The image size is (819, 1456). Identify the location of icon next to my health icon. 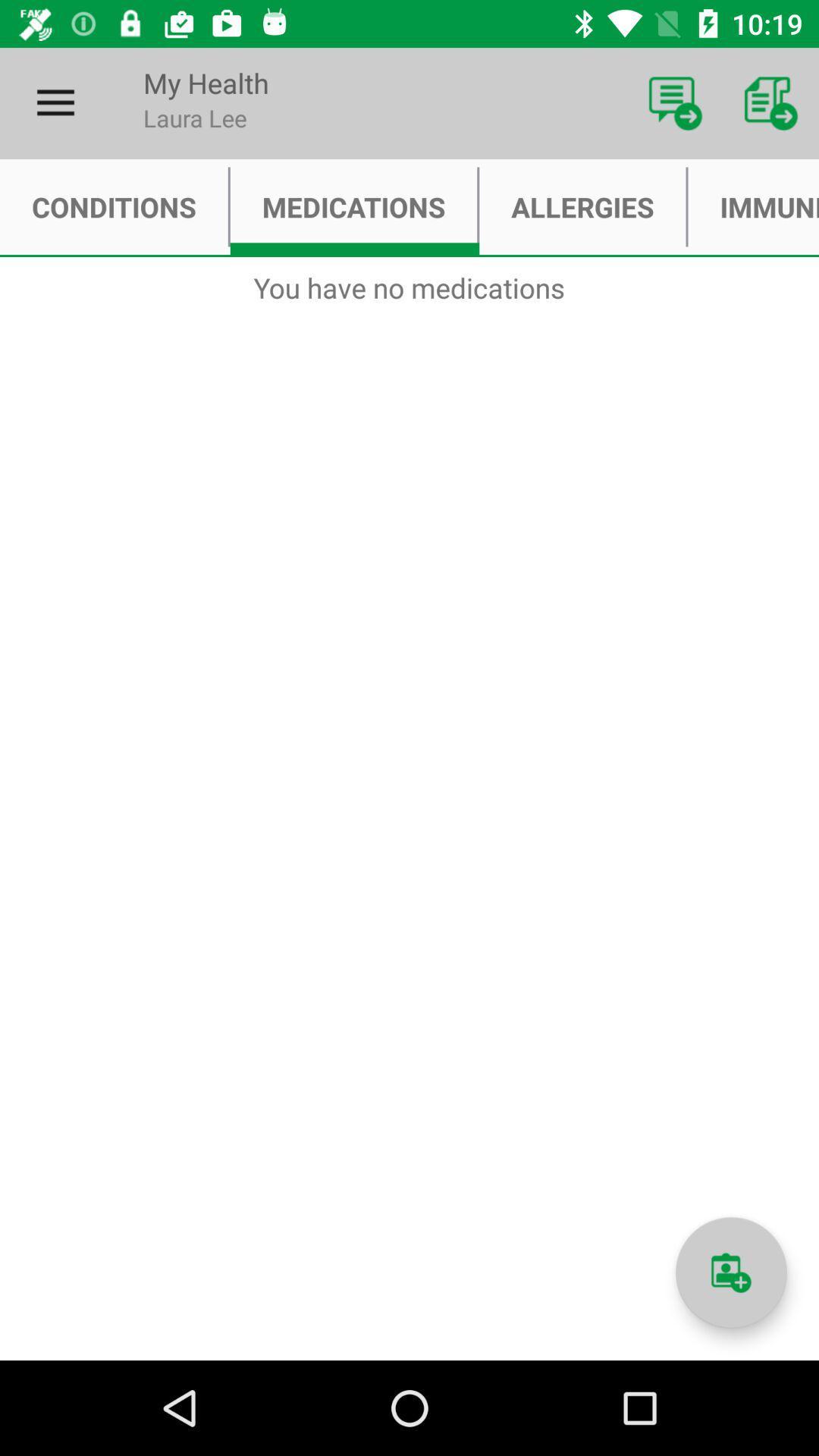
(55, 102).